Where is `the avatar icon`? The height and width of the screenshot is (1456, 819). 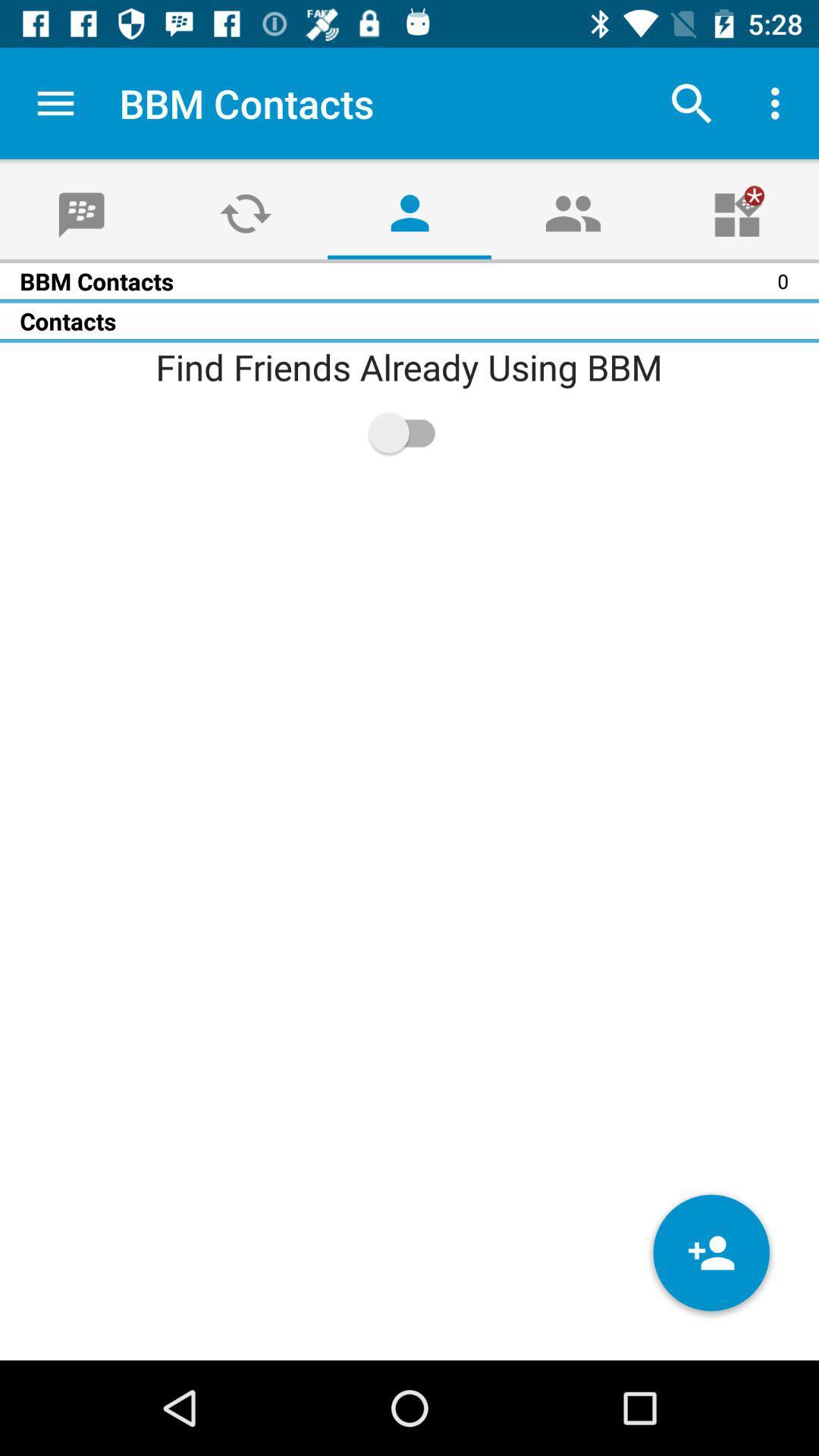
the avatar icon is located at coordinates (409, 212).